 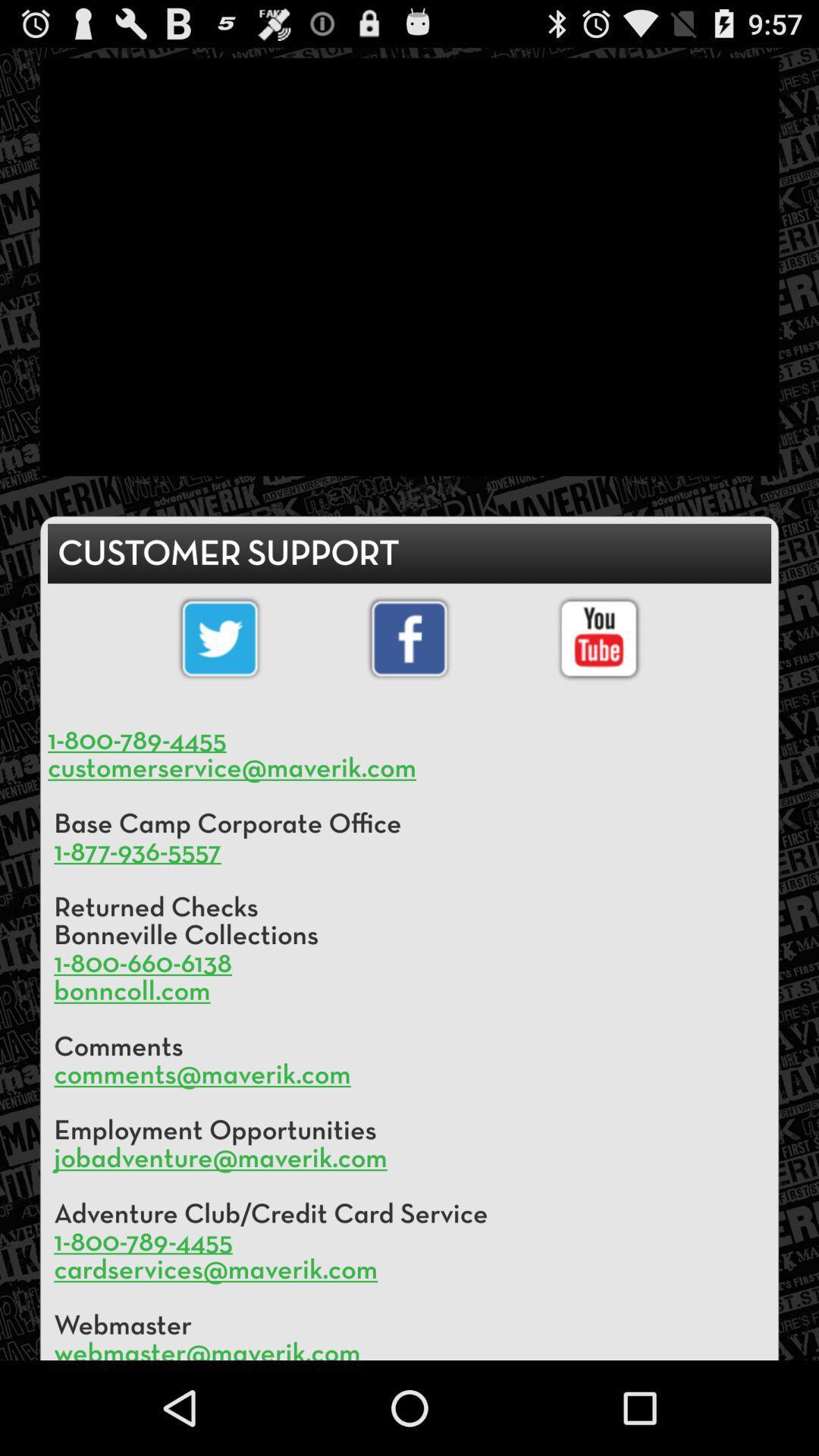 What do you see at coordinates (220, 682) in the screenshot?
I see `the twitter icon` at bounding box center [220, 682].